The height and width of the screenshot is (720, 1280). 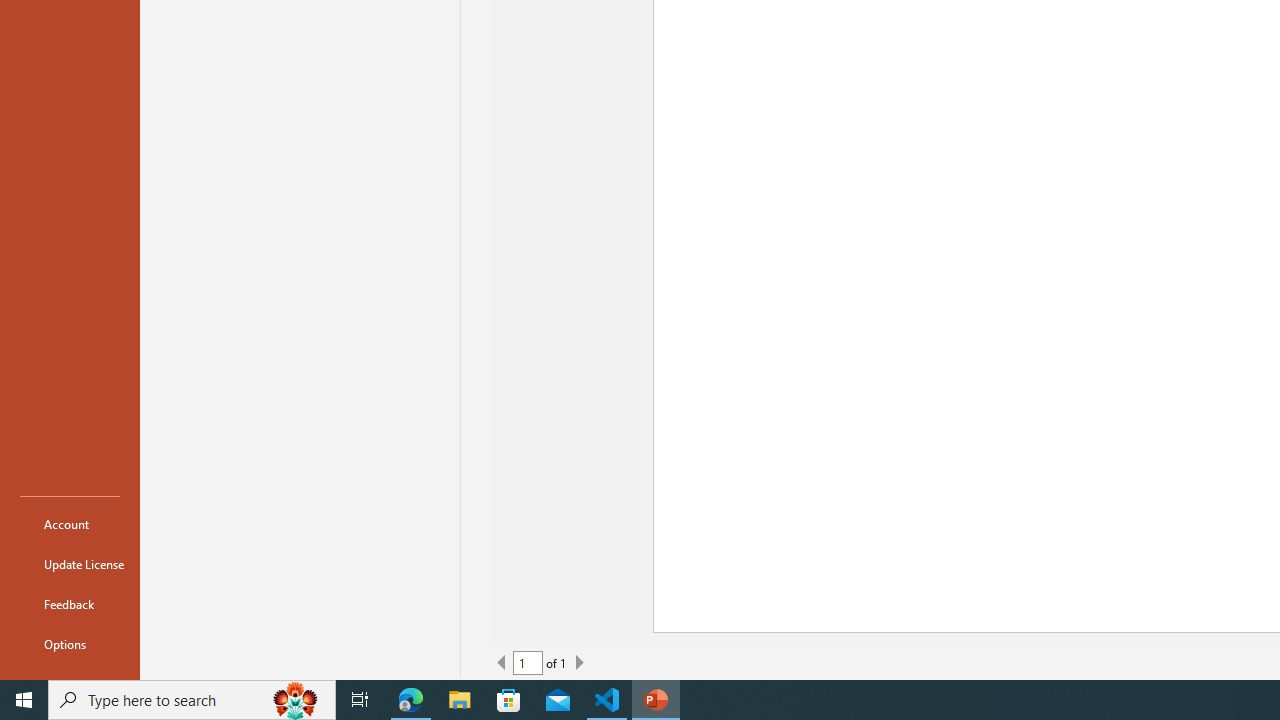 What do you see at coordinates (69, 644) in the screenshot?
I see `'Options'` at bounding box center [69, 644].